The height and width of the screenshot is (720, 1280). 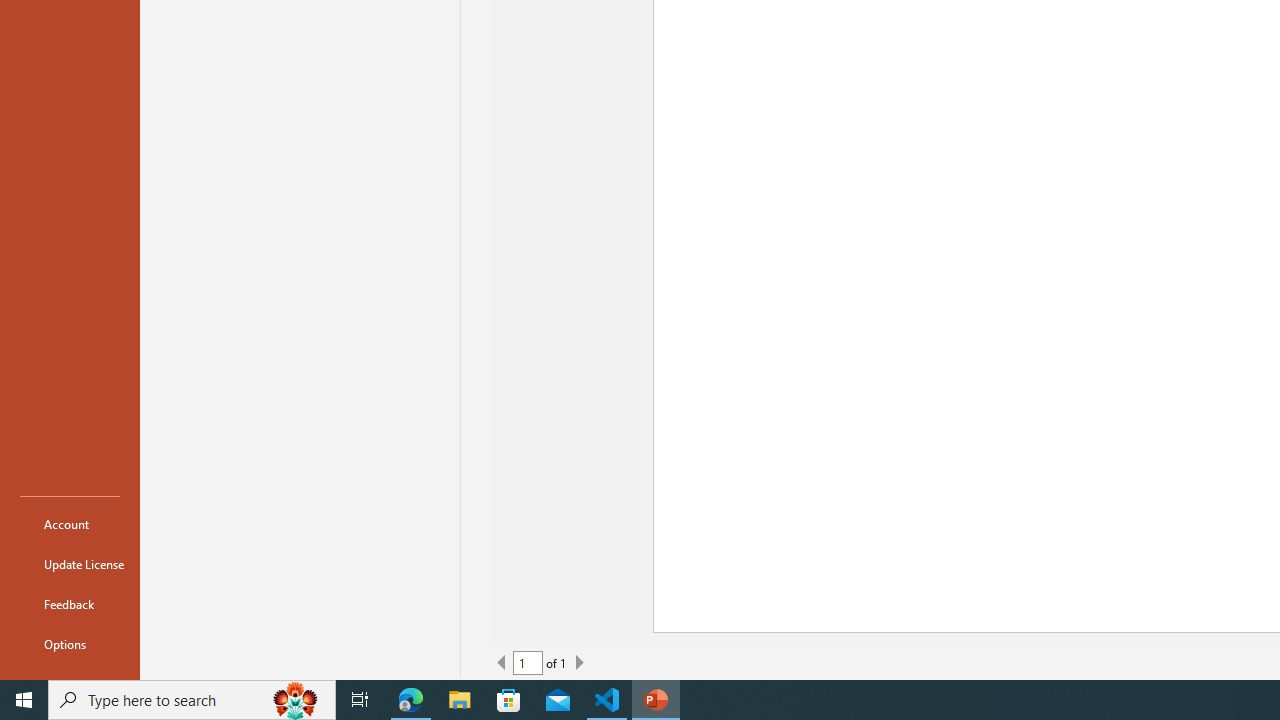 What do you see at coordinates (69, 644) in the screenshot?
I see `'Options'` at bounding box center [69, 644].